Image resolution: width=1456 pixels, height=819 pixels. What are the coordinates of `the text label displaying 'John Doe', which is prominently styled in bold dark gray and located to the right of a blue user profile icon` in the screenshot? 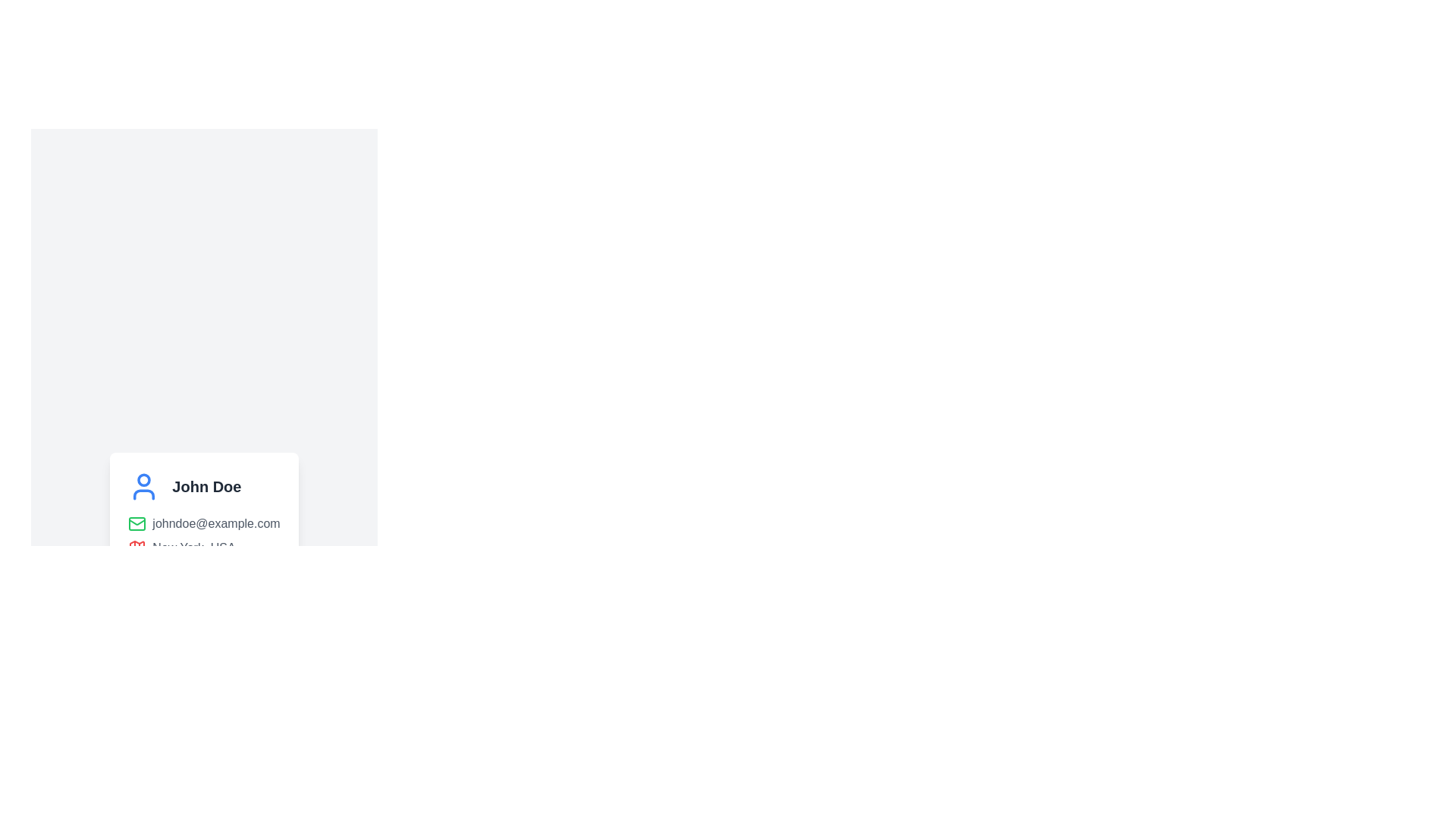 It's located at (206, 486).